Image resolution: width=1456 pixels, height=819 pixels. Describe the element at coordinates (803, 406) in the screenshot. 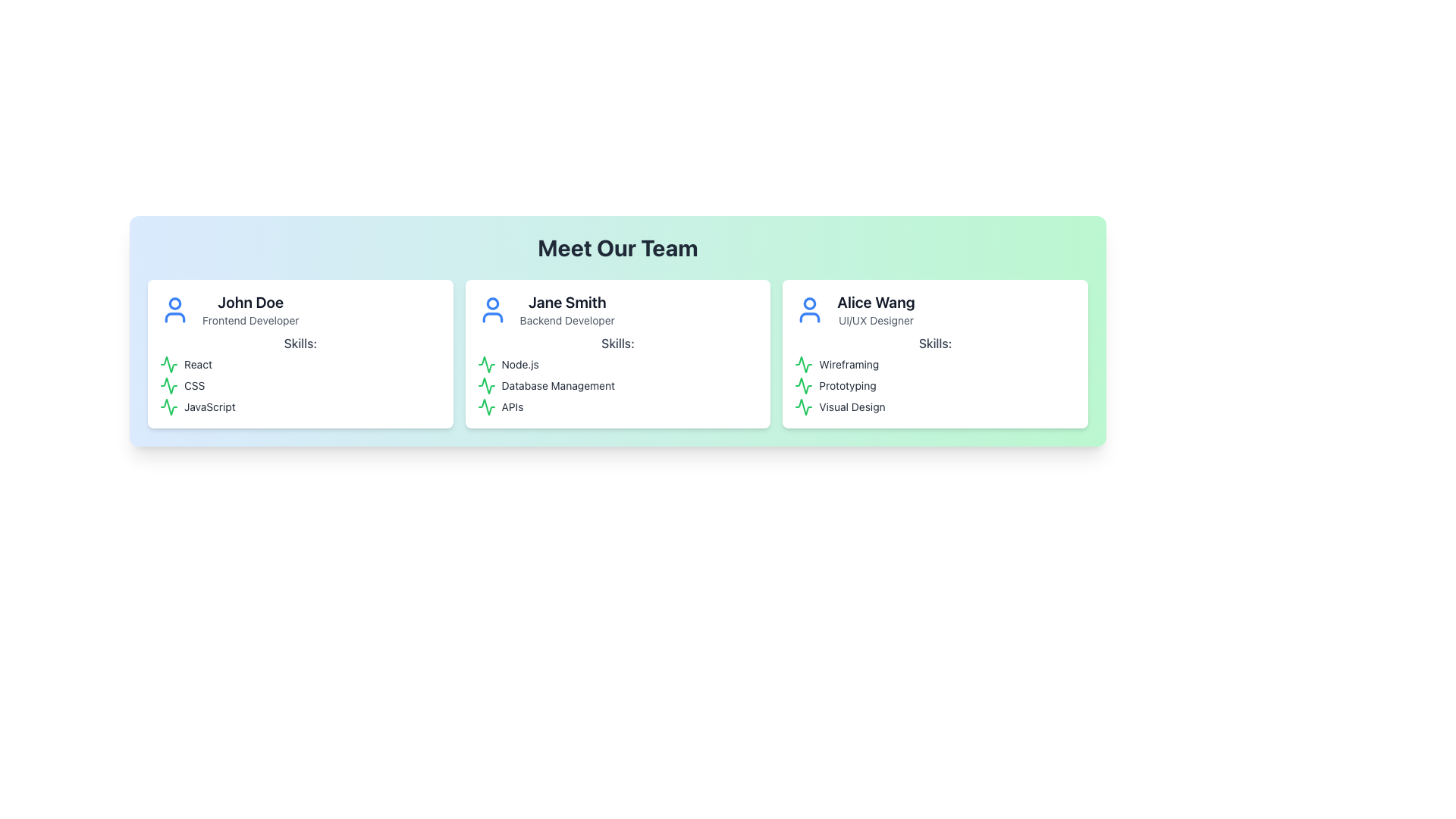

I see `the skill icon representing 'Visual Design' for Alice Wang in the 'Meet Our Team' section, located to the left of the text under the header 'Skills:'` at that location.